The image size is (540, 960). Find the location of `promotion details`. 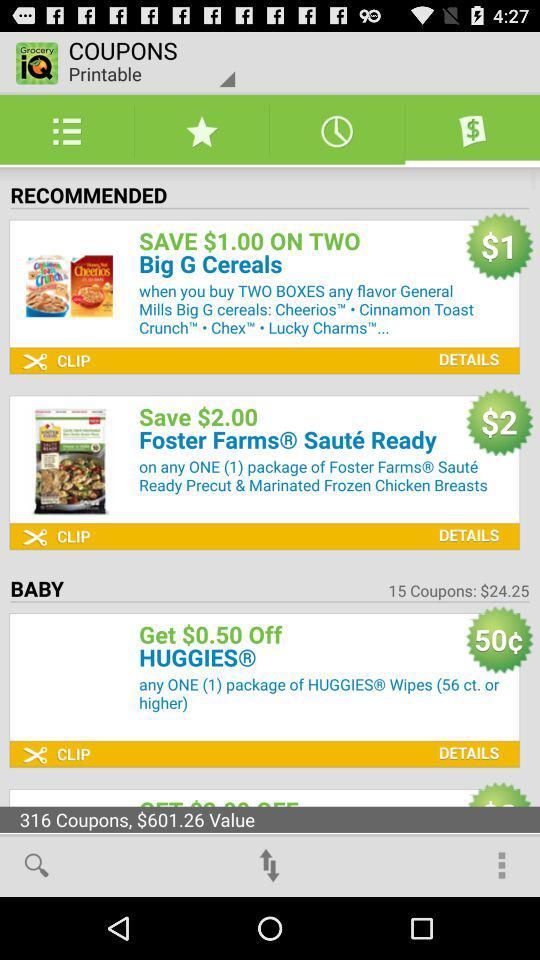

promotion details is located at coordinates (464, 344).